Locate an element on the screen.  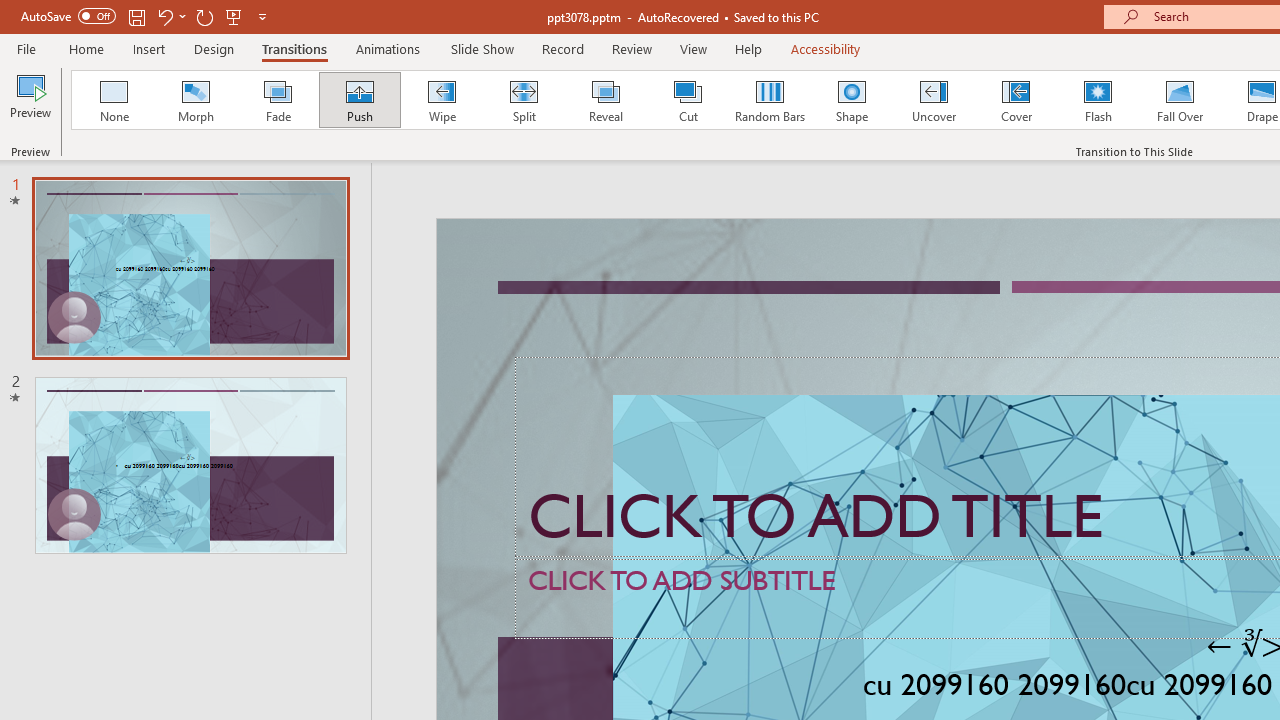
'Split' is located at coordinates (523, 100).